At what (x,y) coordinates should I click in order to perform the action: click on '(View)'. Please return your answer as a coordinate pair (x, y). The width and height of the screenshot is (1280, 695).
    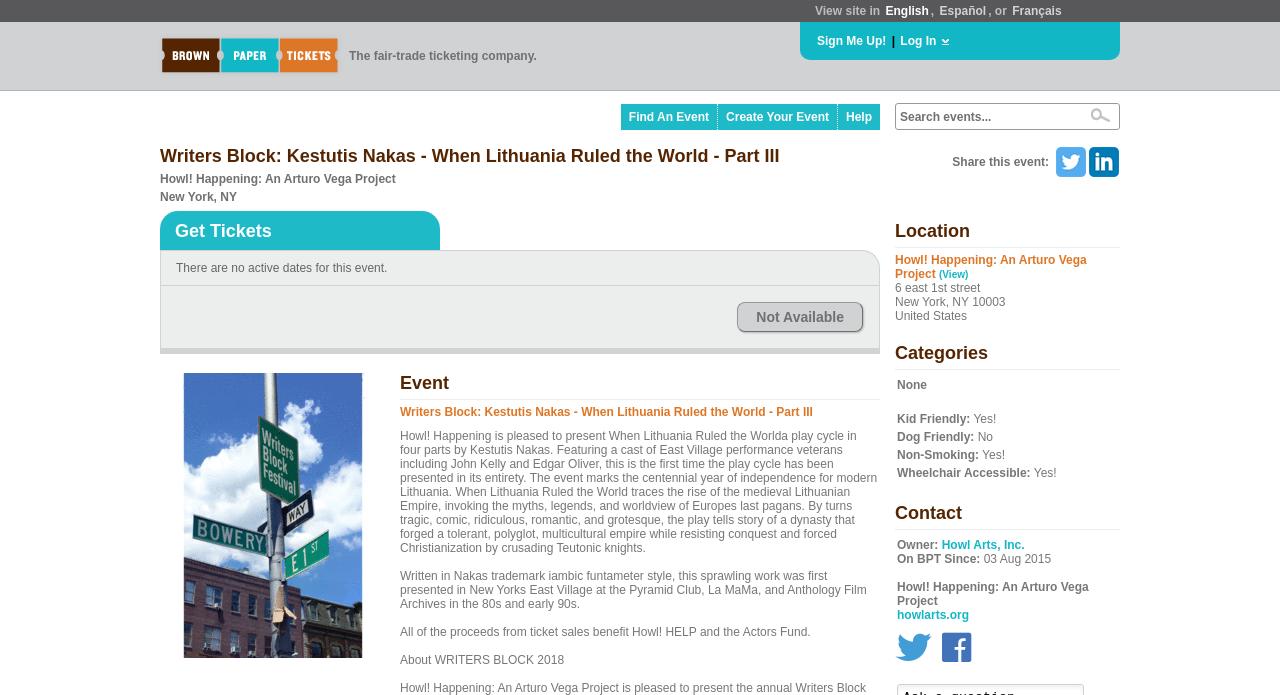
    Looking at the image, I should click on (952, 273).